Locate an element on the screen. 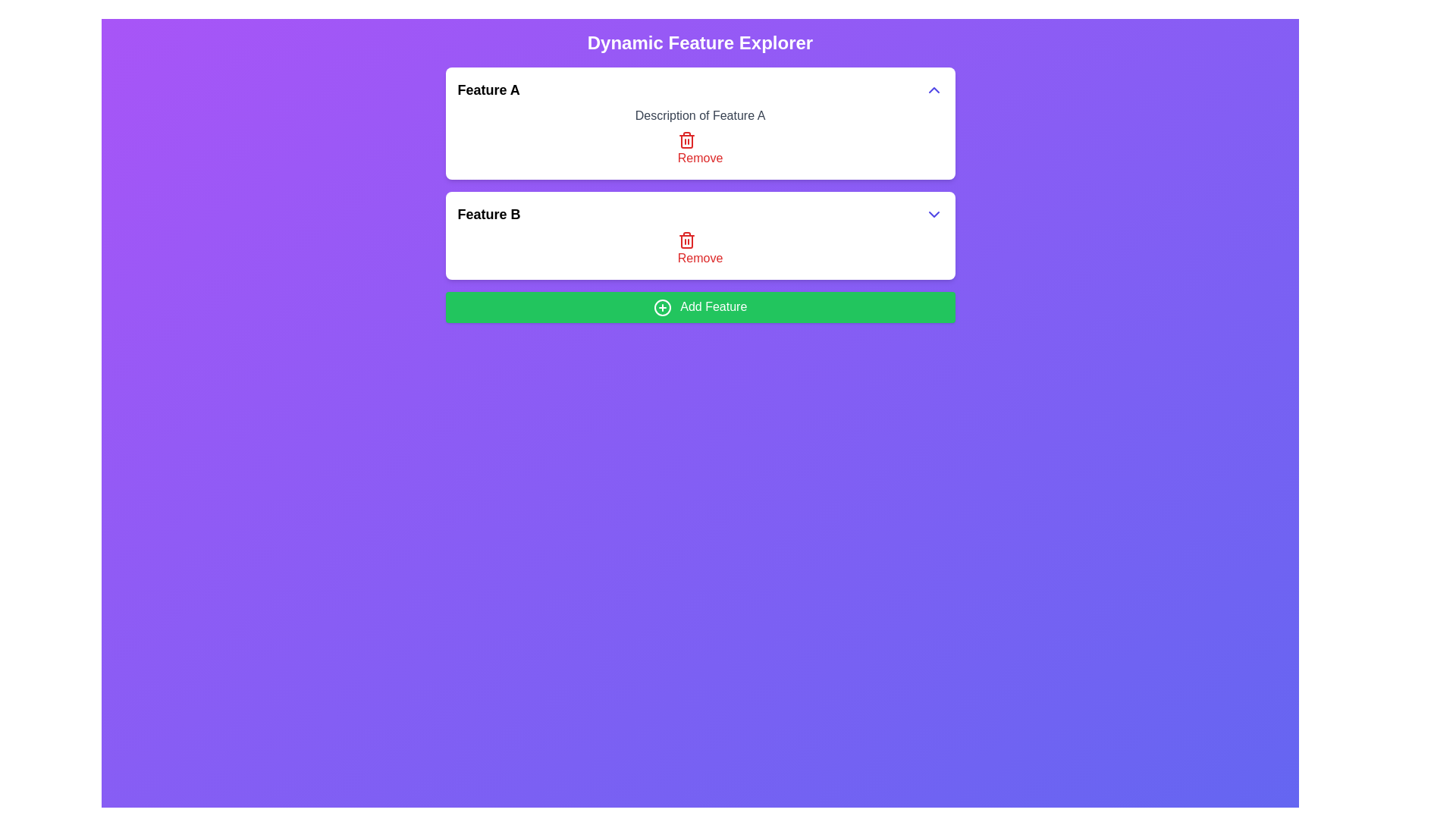  the right side of the trash can icon, which visually represents the delete functionality is located at coordinates (686, 141).